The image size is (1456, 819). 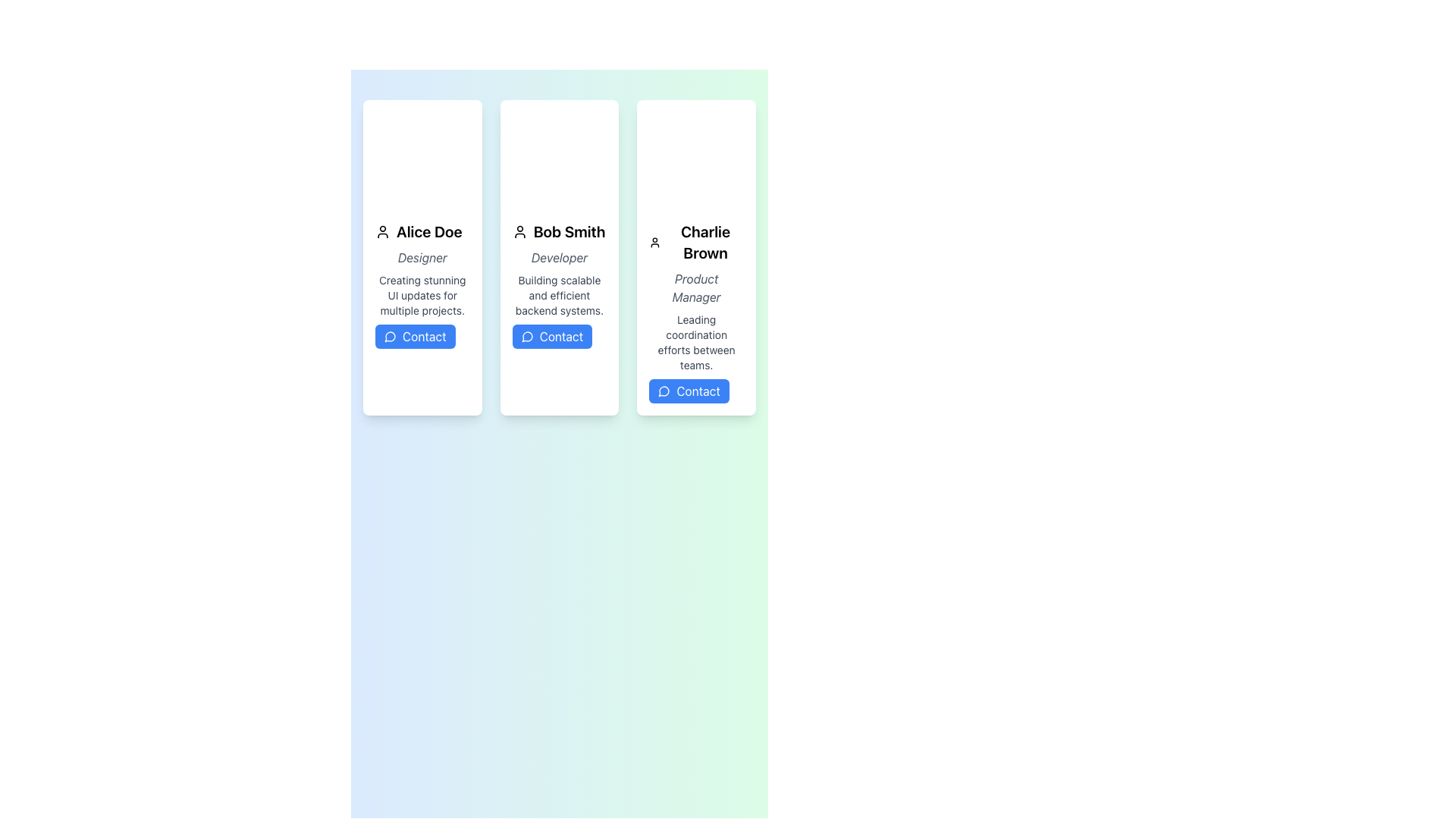 What do you see at coordinates (559, 155) in the screenshot?
I see `the profile card image placeholder for 'Bob Smith', which is a rectangular element with a light background and rounded top corners, located at the center of three vertical cards` at bounding box center [559, 155].